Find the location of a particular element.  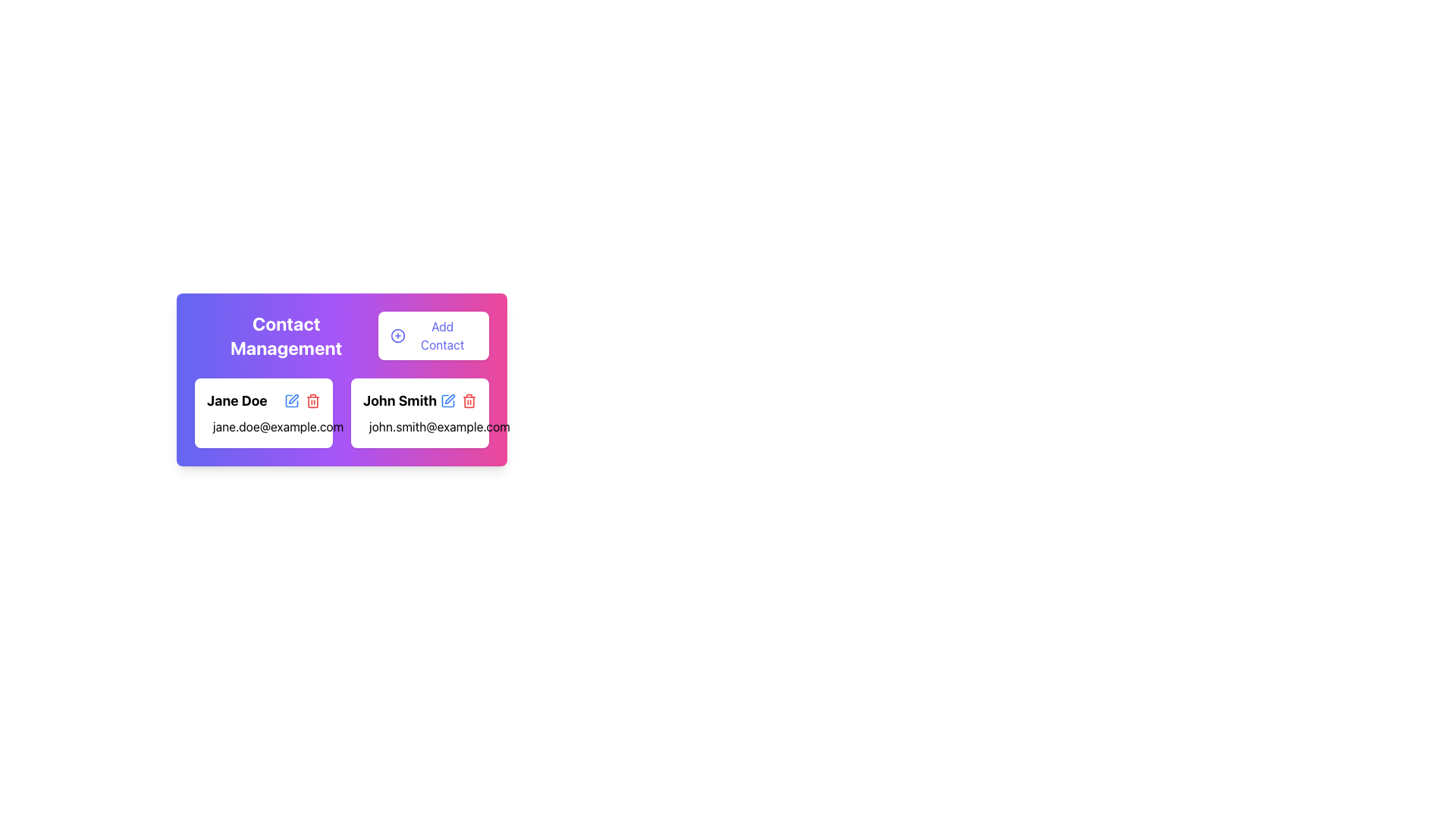

the minimalist addition icon, which is represented by a circle with a plus sign inside, located to the left of the 'Add Contact' button in the 'Contact Management' card is located at coordinates (397, 335).